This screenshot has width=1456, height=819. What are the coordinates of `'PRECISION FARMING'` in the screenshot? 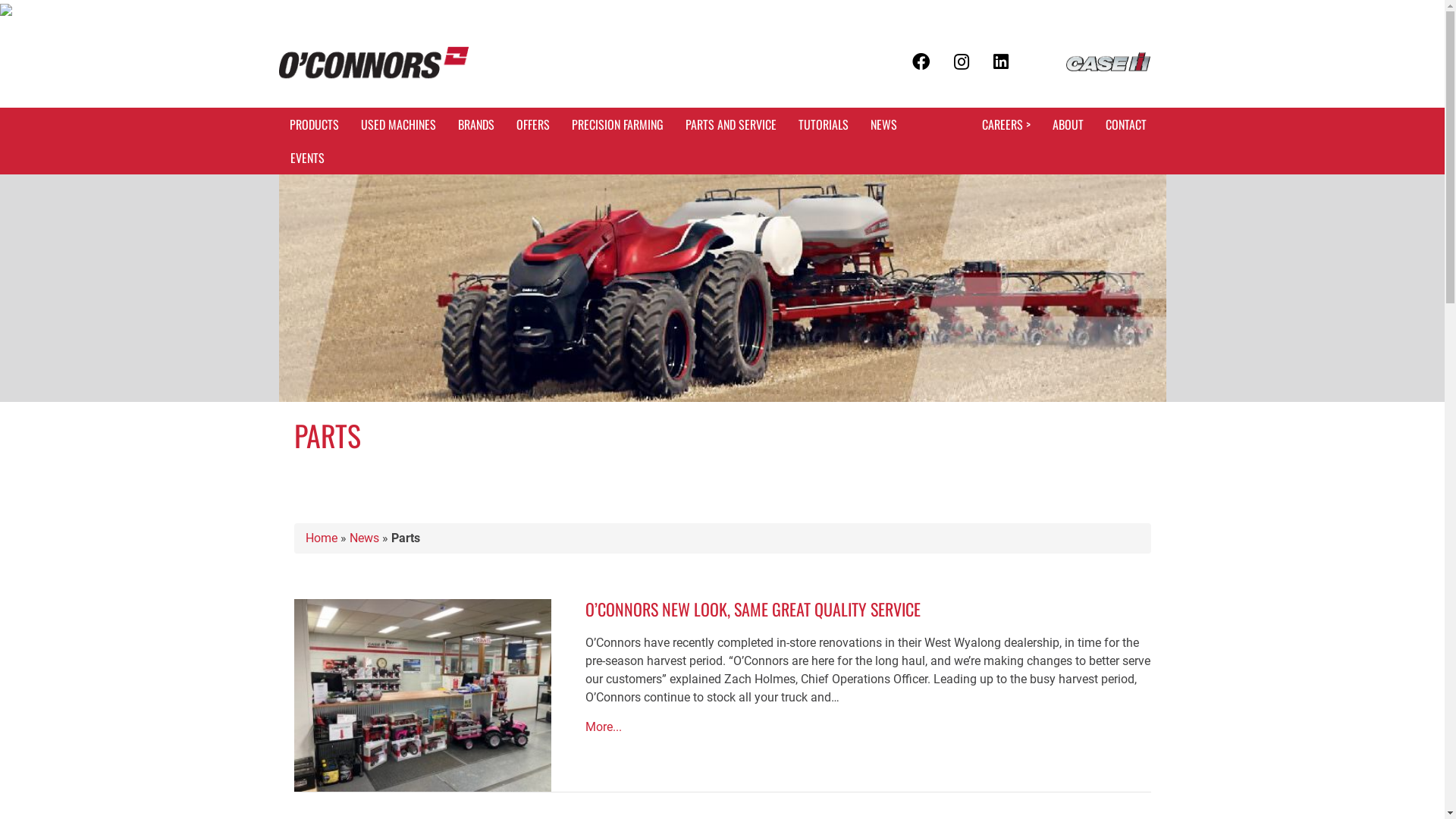 It's located at (560, 124).